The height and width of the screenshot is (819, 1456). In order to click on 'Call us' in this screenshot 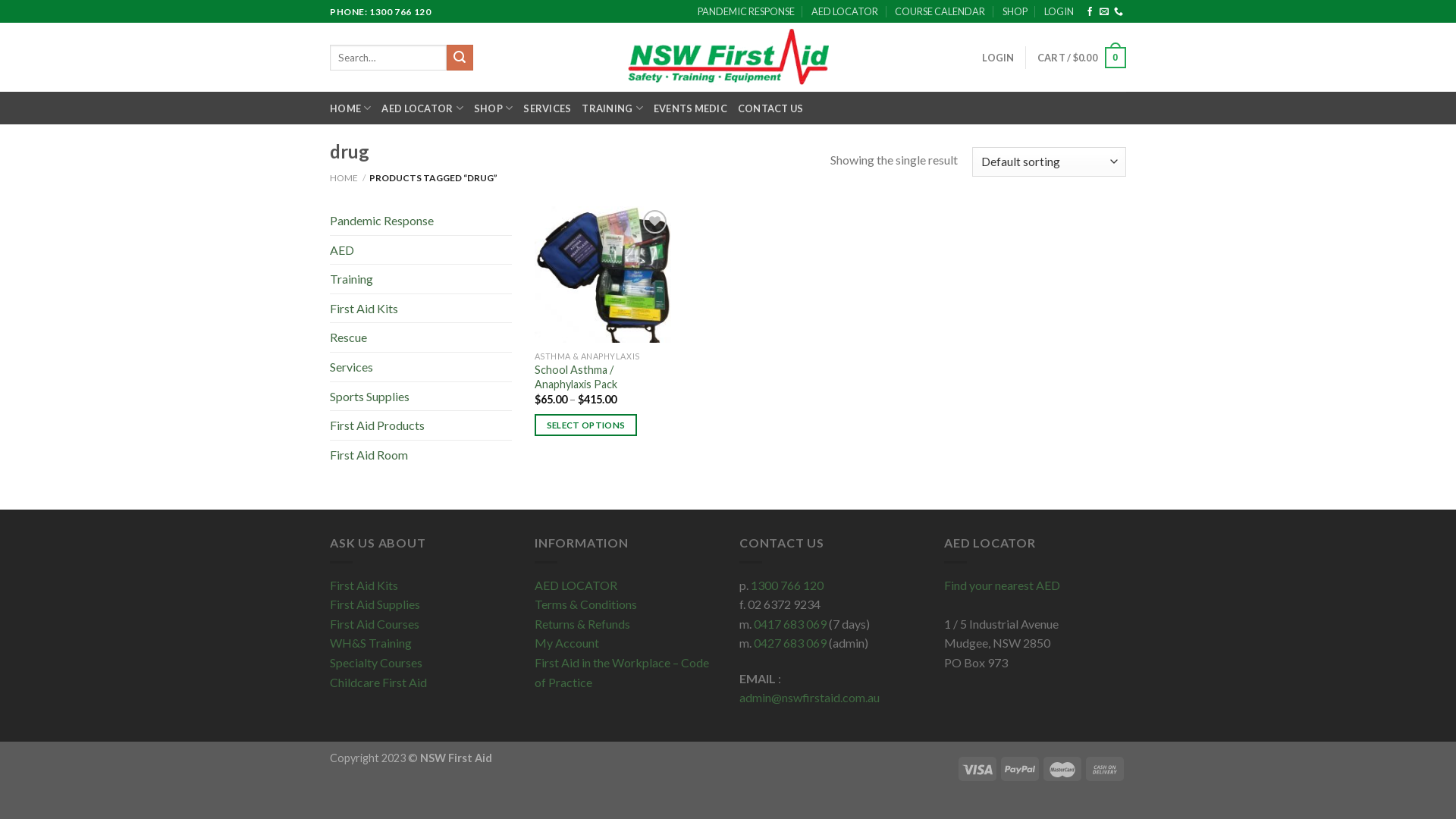, I will do `click(1118, 11)`.